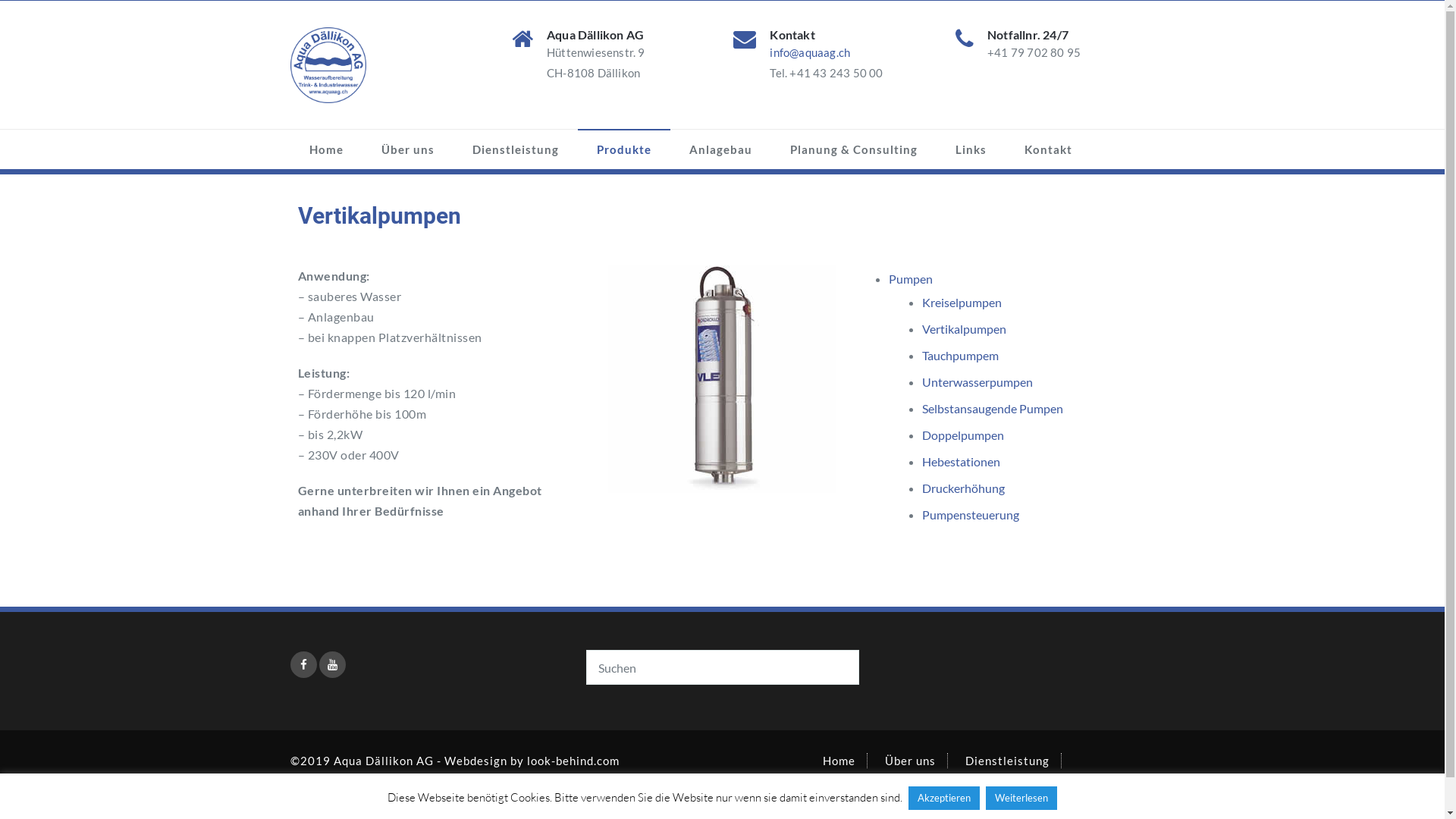 The image size is (1456, 819). What do you see at coordinates (969, 149) in the screenshot?
I see `'Links'` at bounding box center [969, 149].